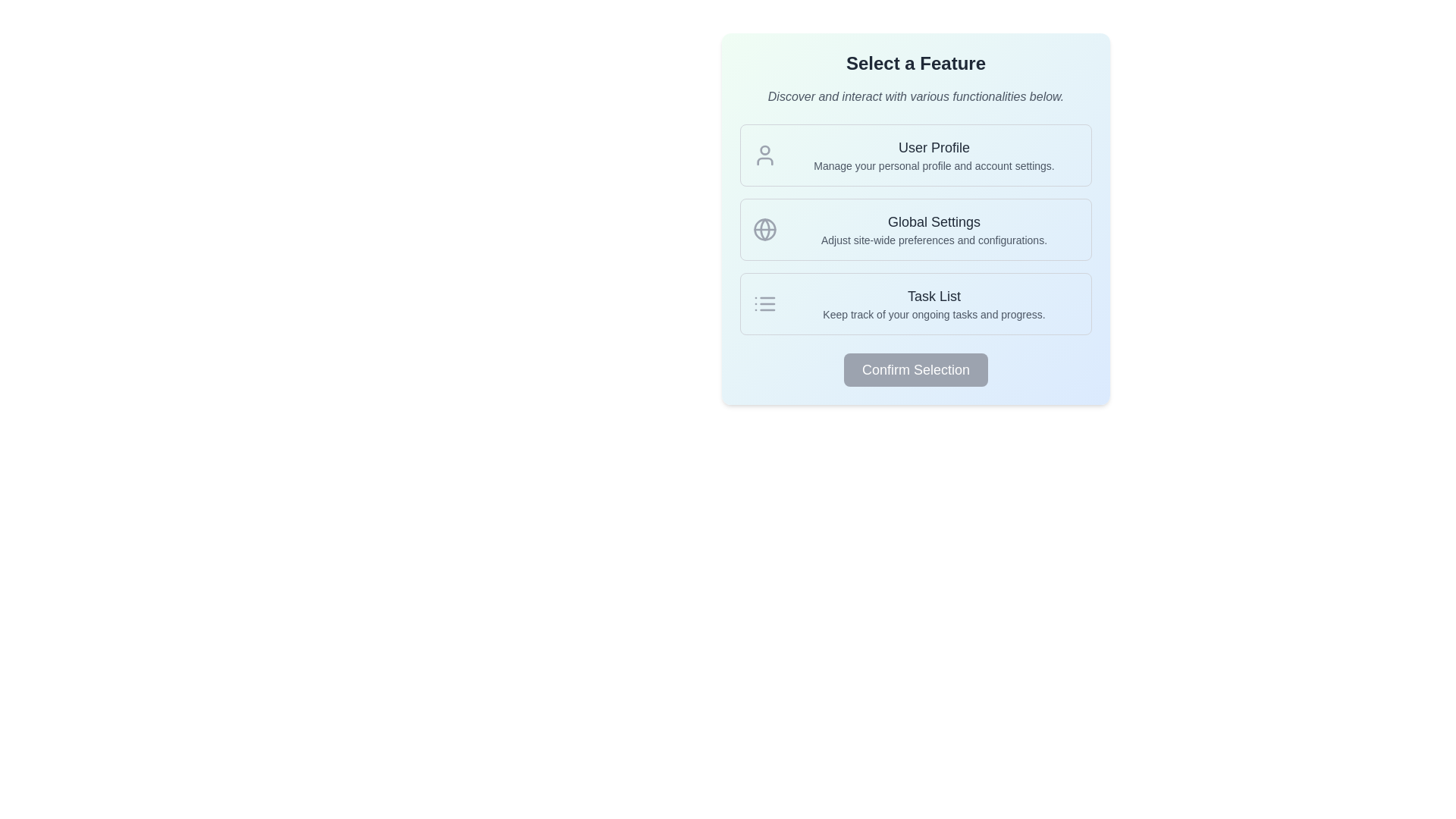  I want to click on the gray globe icon representing 'Global Settings', which is circular with horizontal and vertical lines, located to the left of the 'Global Settings' label, so click(764, 230).